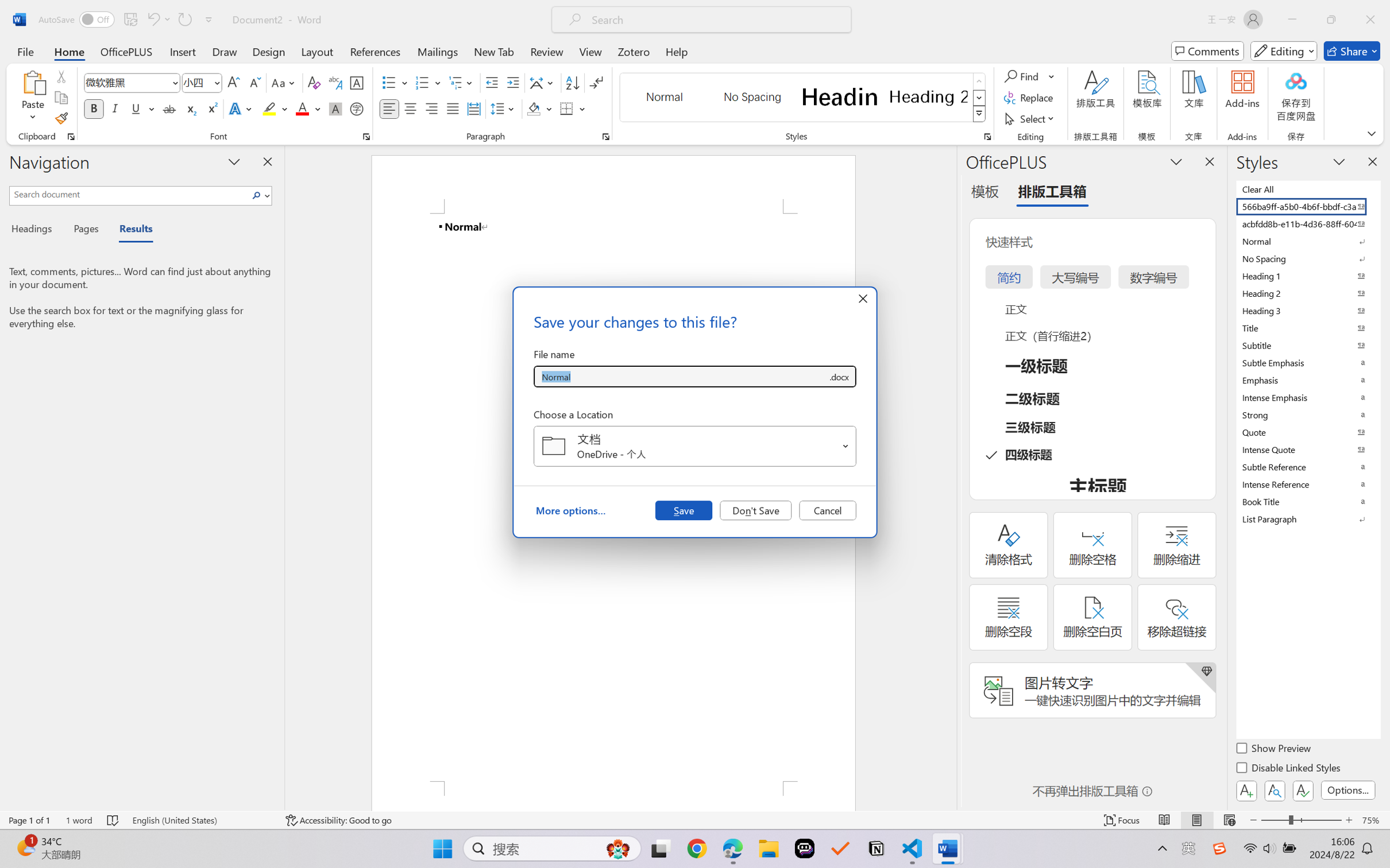 The image size is (1390, 868). Describe the element at coordinates (987, 136) in the screenshot. I see `'Styles...'` at that location.